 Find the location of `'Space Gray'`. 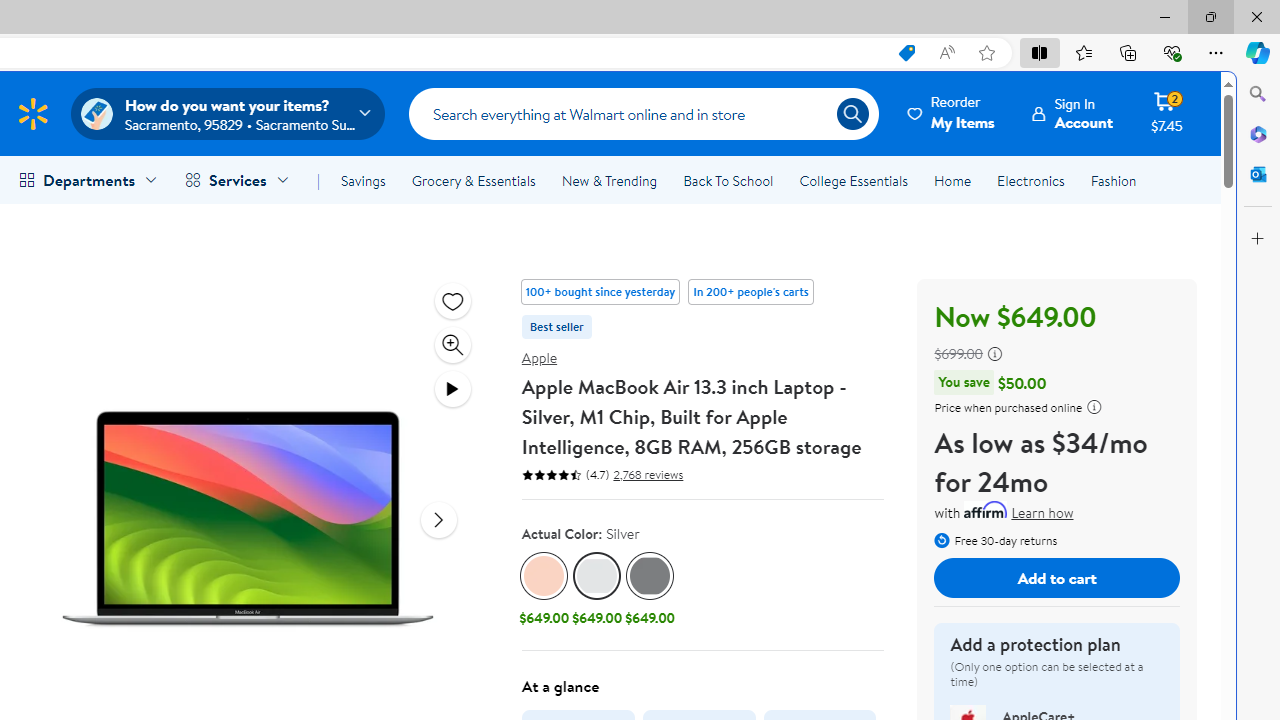

'Space Gray' is located at coordinates (650, 576).